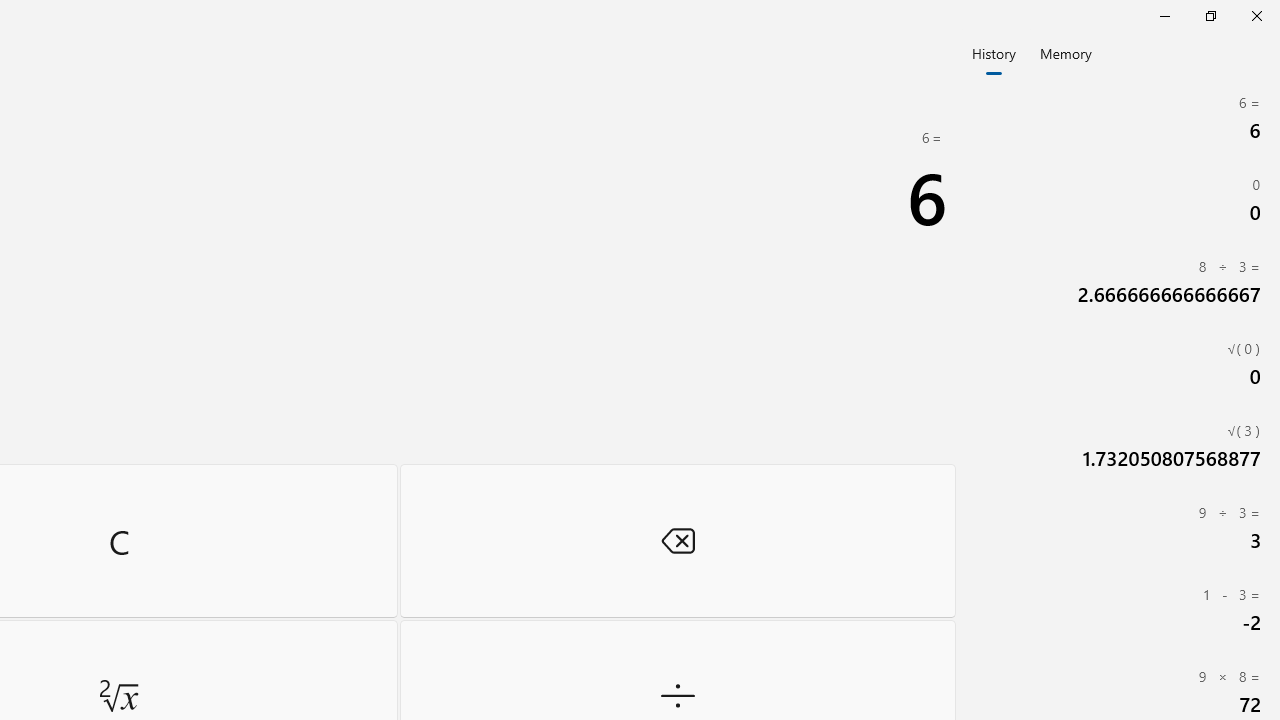 The image size is (1280, 720). Describe the element at coordinates (1120, 118) in the screenshot. I see `'6= 6'` at that location.